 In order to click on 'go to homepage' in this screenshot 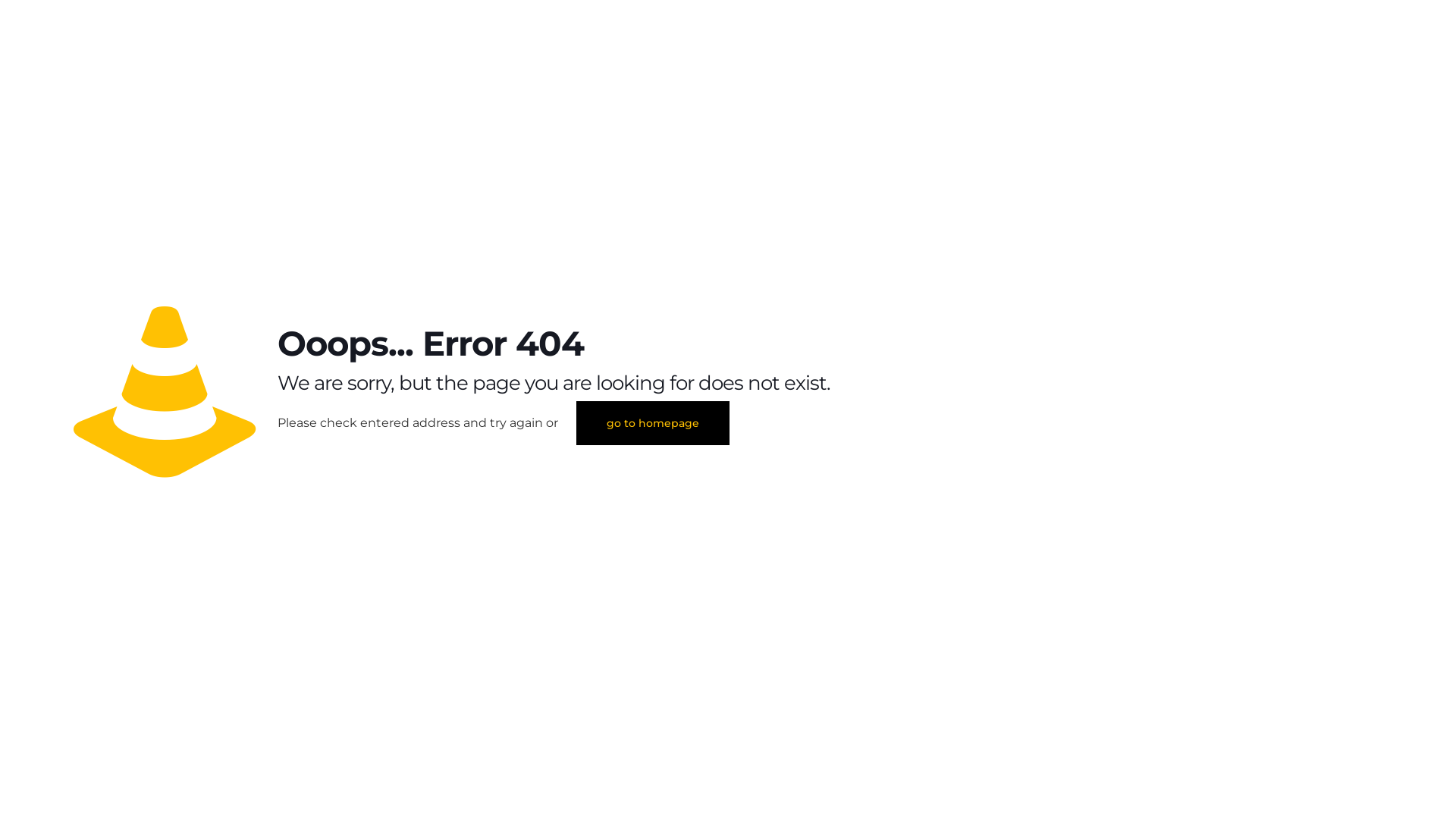, I will do `click(652, 423)`.